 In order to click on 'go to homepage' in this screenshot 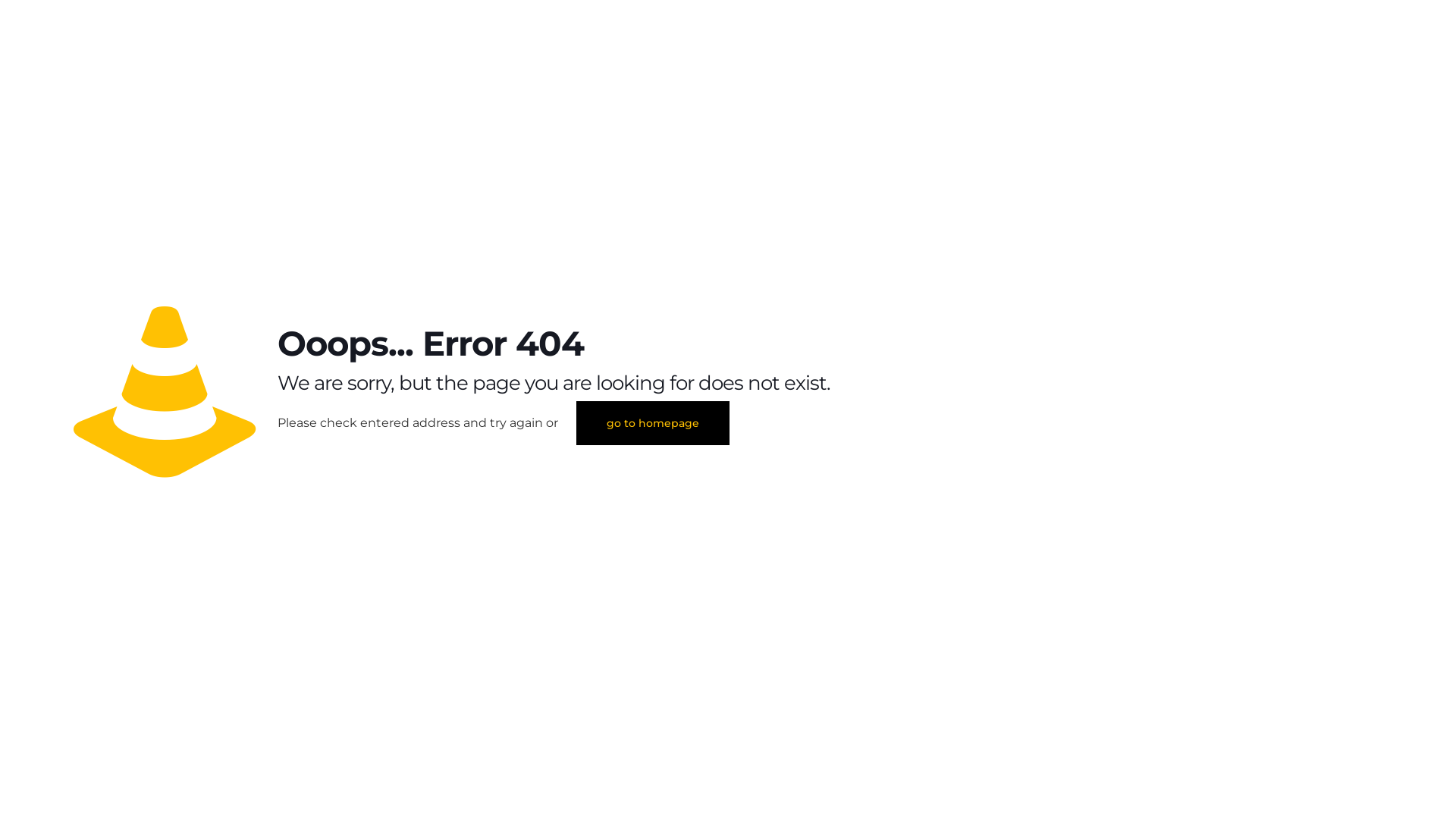, I will do `click(652, 423)`.